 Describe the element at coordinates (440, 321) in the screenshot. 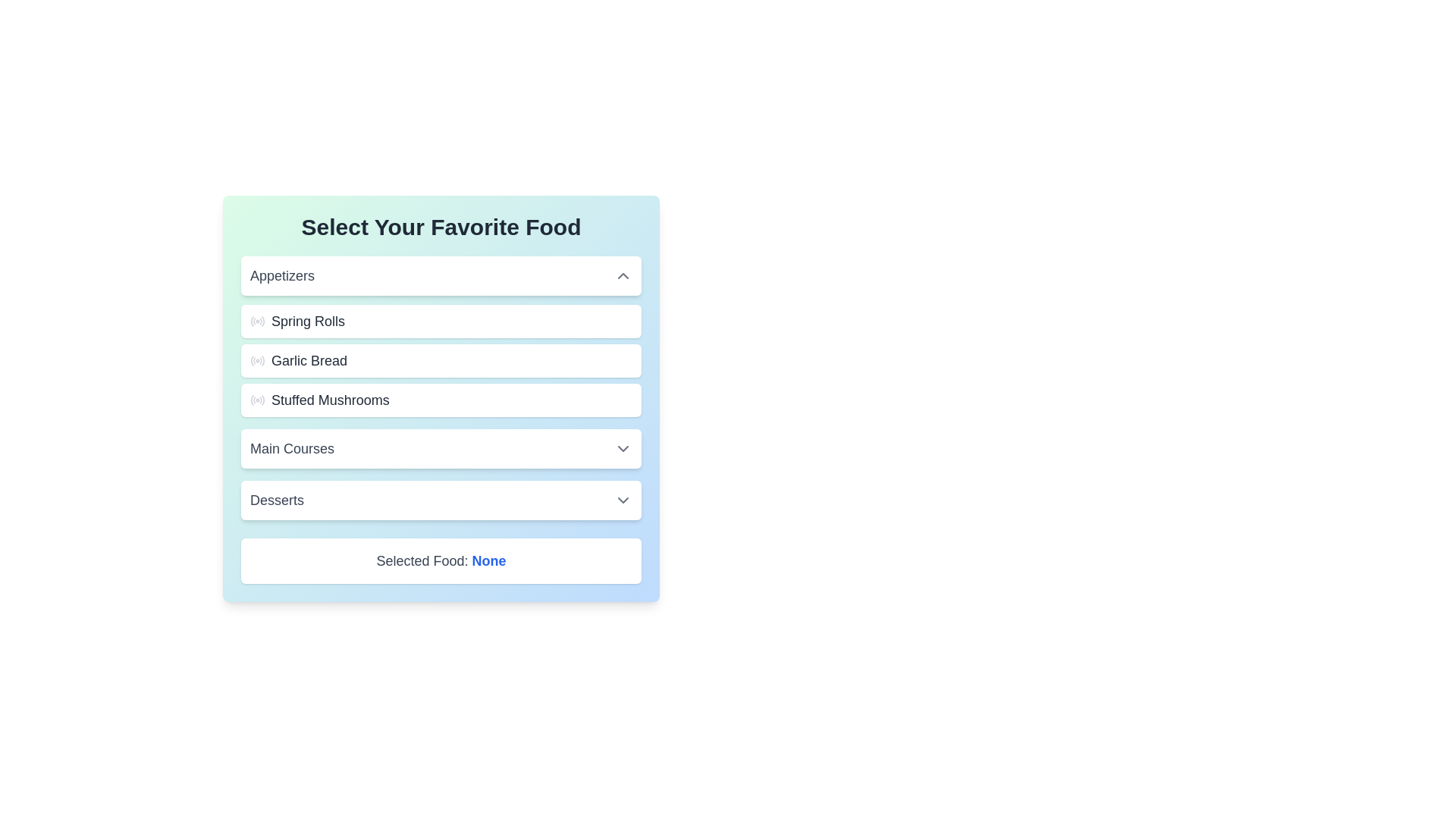

I see `the 'Spring Rolls' selectable item in the appetizers list to navigate through options` at that location.